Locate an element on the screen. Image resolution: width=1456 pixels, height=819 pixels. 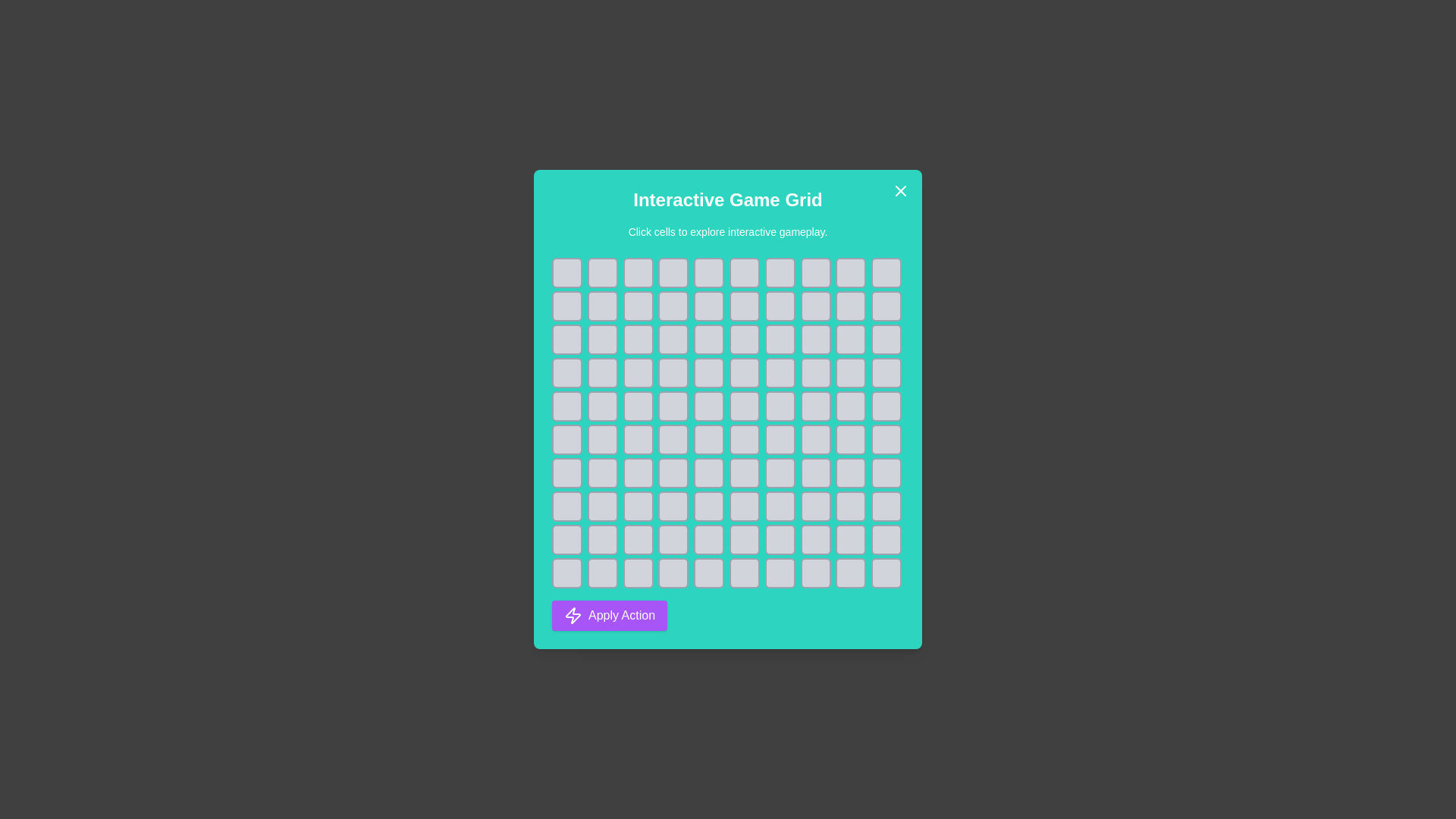
'Apply Action' button is located at coordinates (610, 616).